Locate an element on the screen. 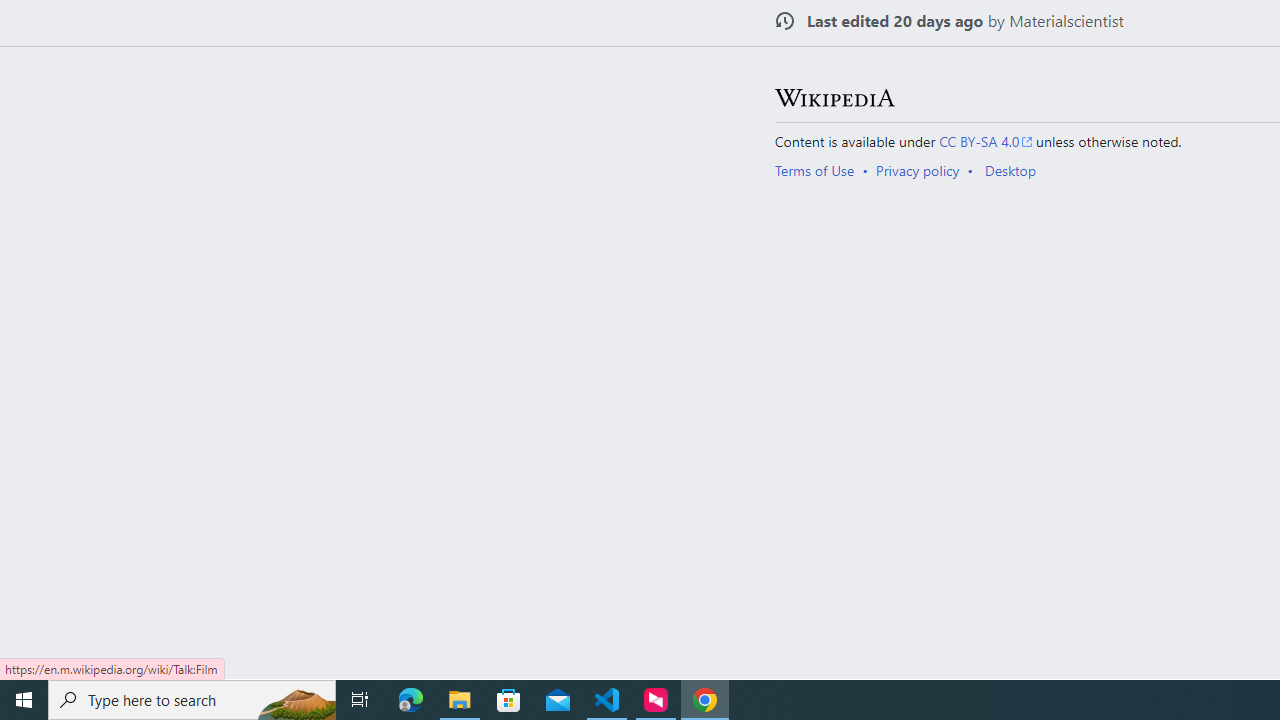  'AutomationID: footer-places-privacy' is located at coordinates (923, 169).